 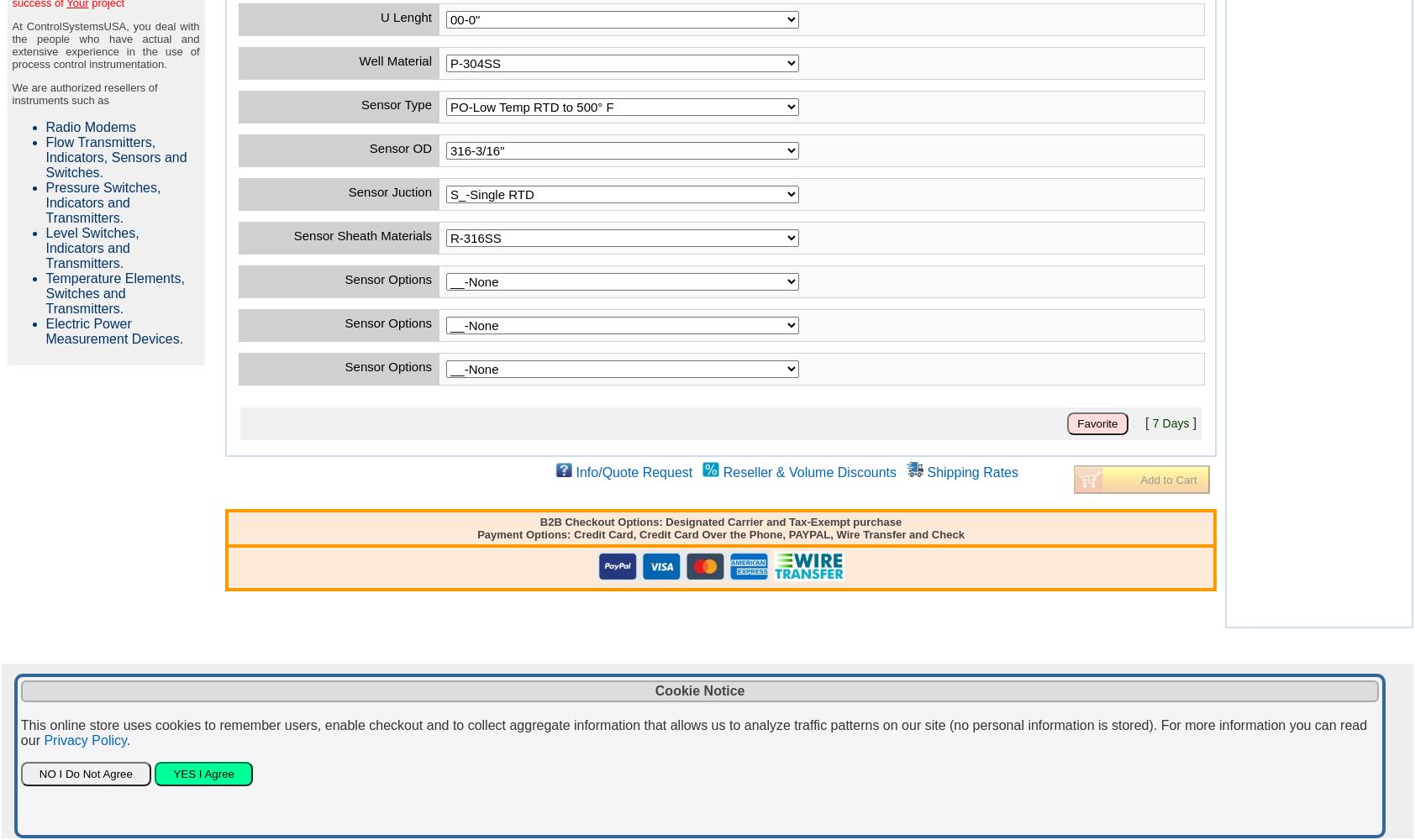 What do you see at coordinates (526, 691) in the screenshot?
I see `'Contact'` at bounding box center [526, 691].